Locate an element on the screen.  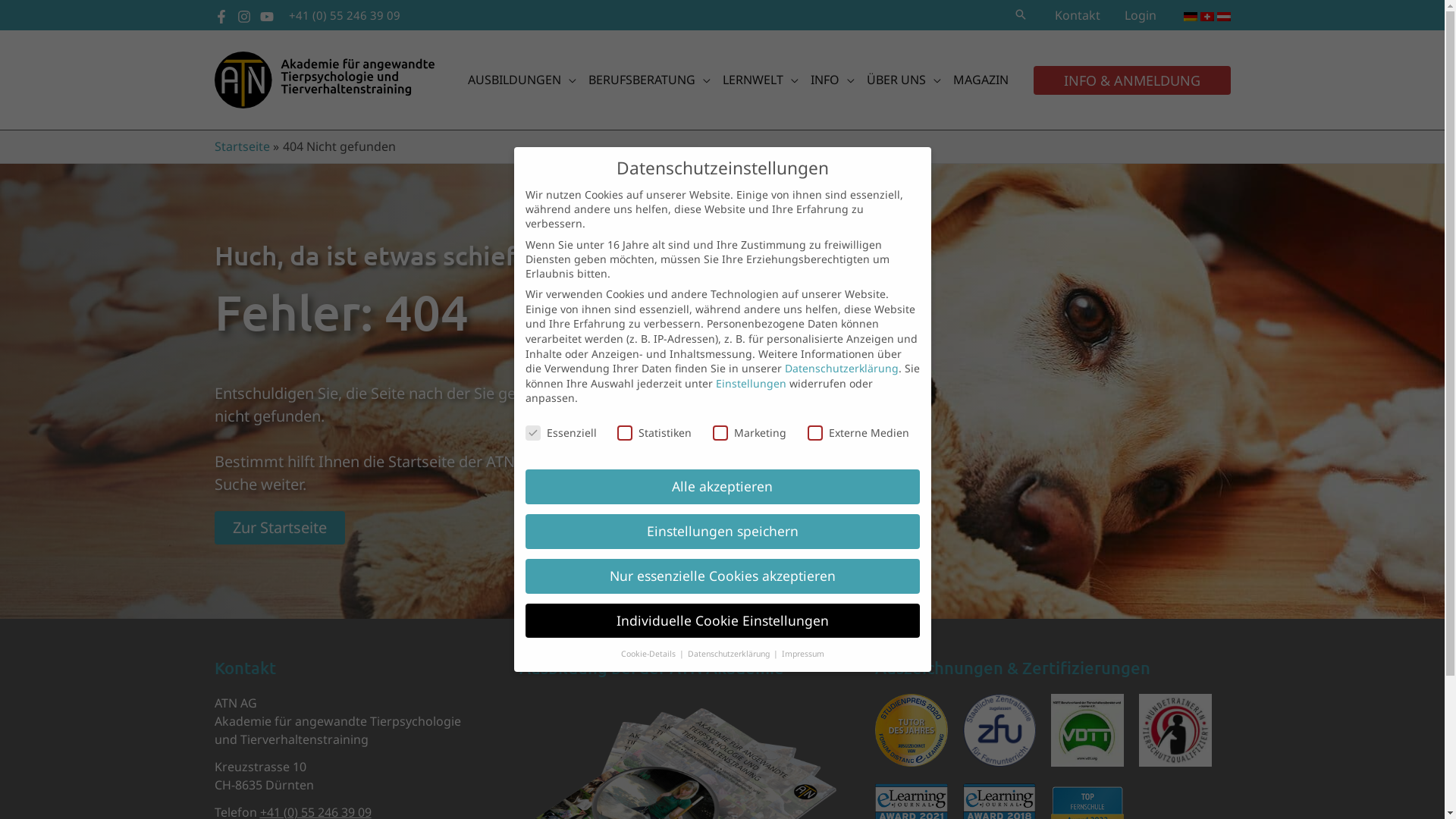
'Login' is located at coordinates (1139, 14).